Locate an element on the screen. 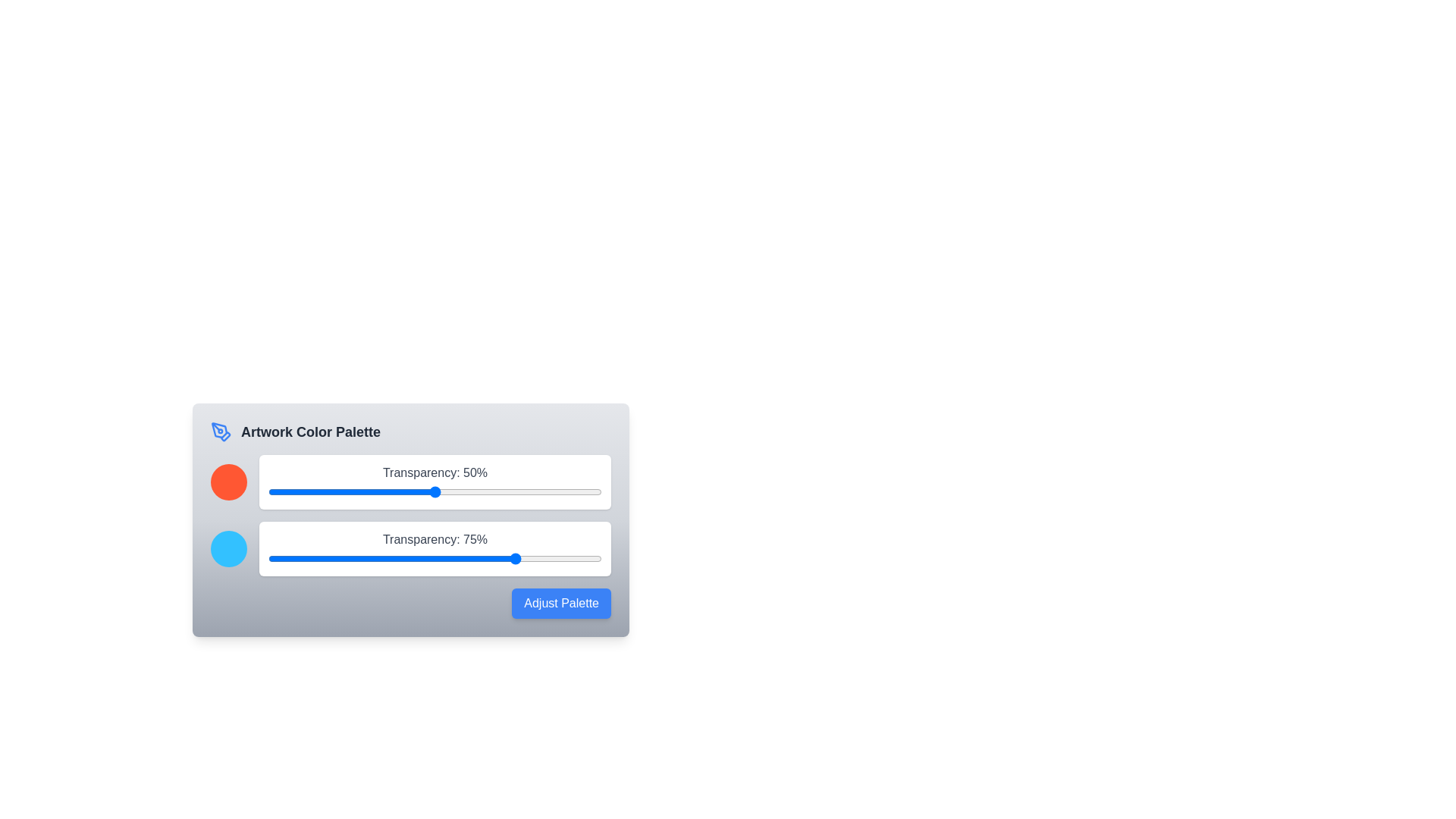 This screenshot has height=819, width=1456. the transparency slider for color 1 to 30% is located at coordinates (368, 491).